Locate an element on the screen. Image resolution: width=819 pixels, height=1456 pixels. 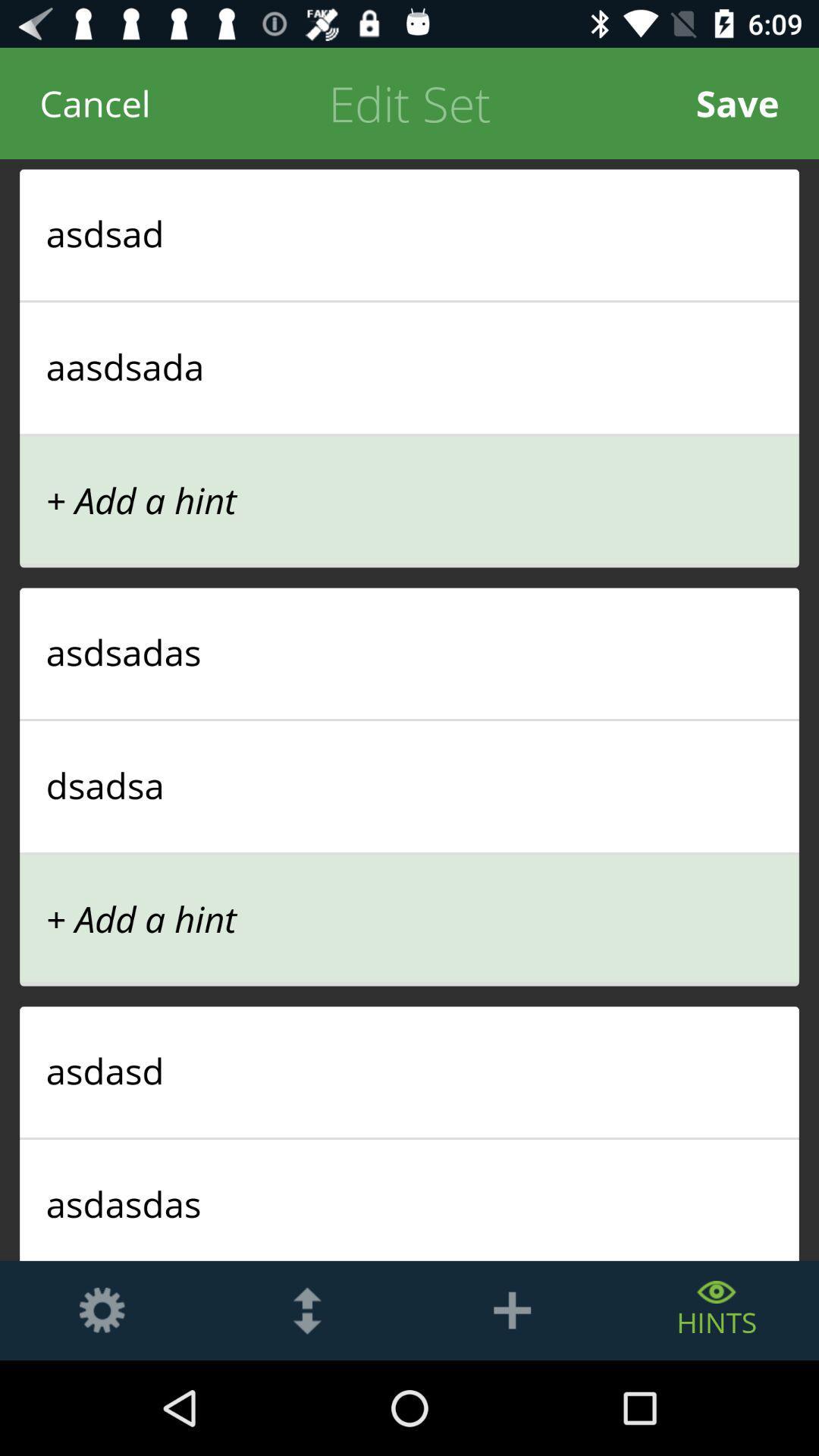
scrolls up or down is located at coordinates (307, 1310).